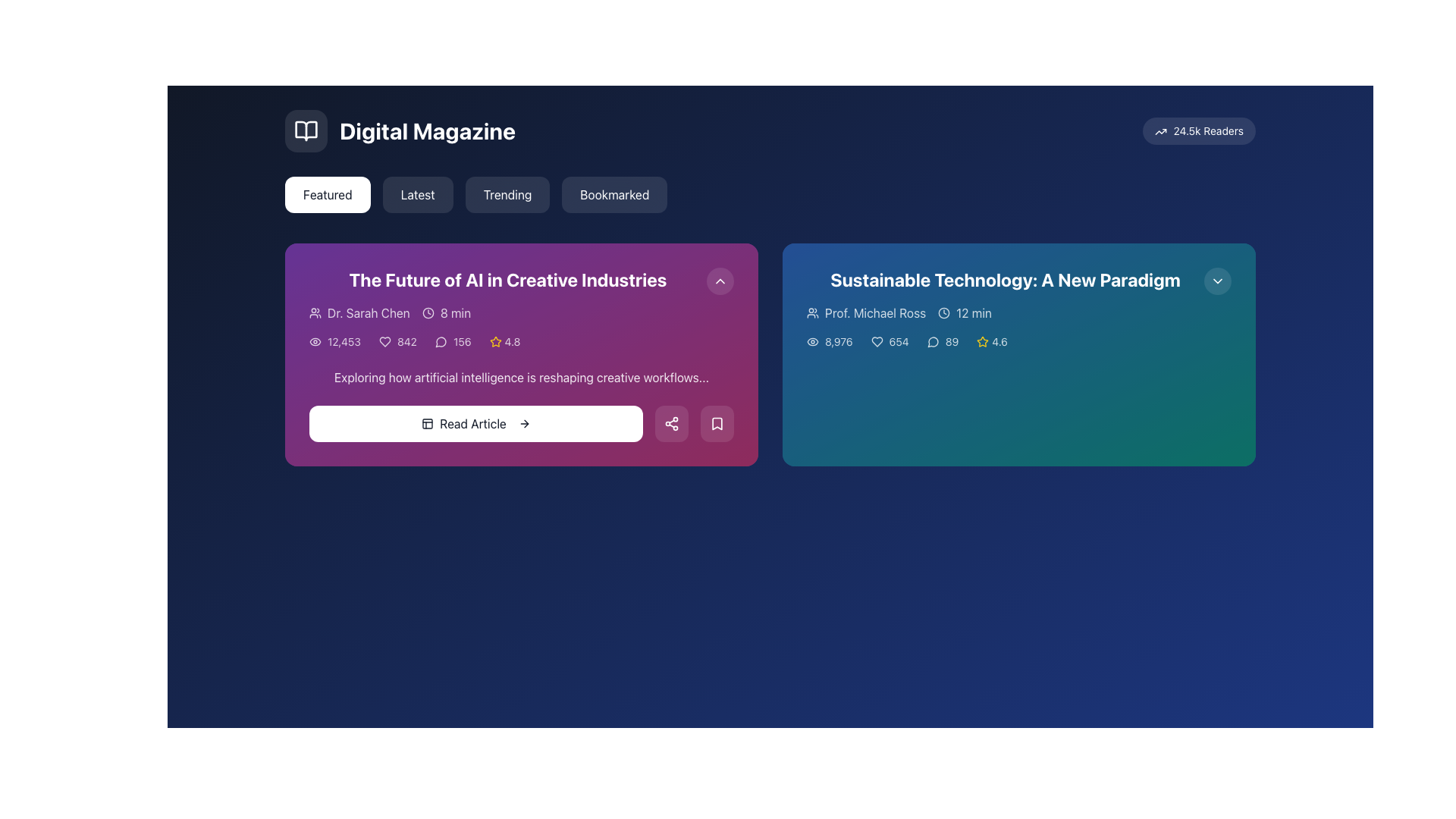 The image size is (1456, 819). I want to click on the view count text with icon, which is the first element in a horizontal row within the card labeled 'The Future of AI in Creative Industries.', so click(334, 342).